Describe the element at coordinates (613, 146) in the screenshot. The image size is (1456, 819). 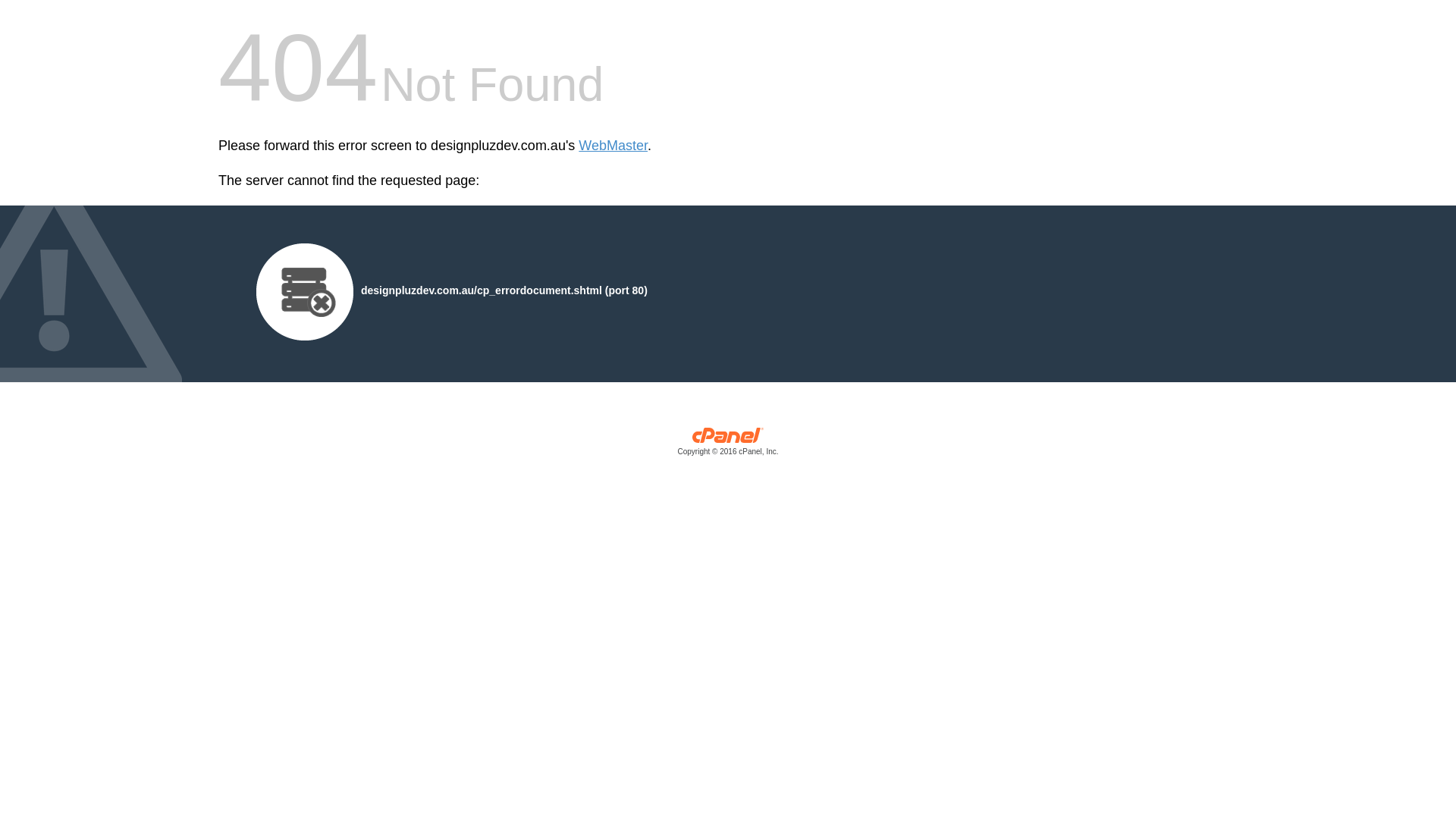
I see `'WebMaster'` at that location.